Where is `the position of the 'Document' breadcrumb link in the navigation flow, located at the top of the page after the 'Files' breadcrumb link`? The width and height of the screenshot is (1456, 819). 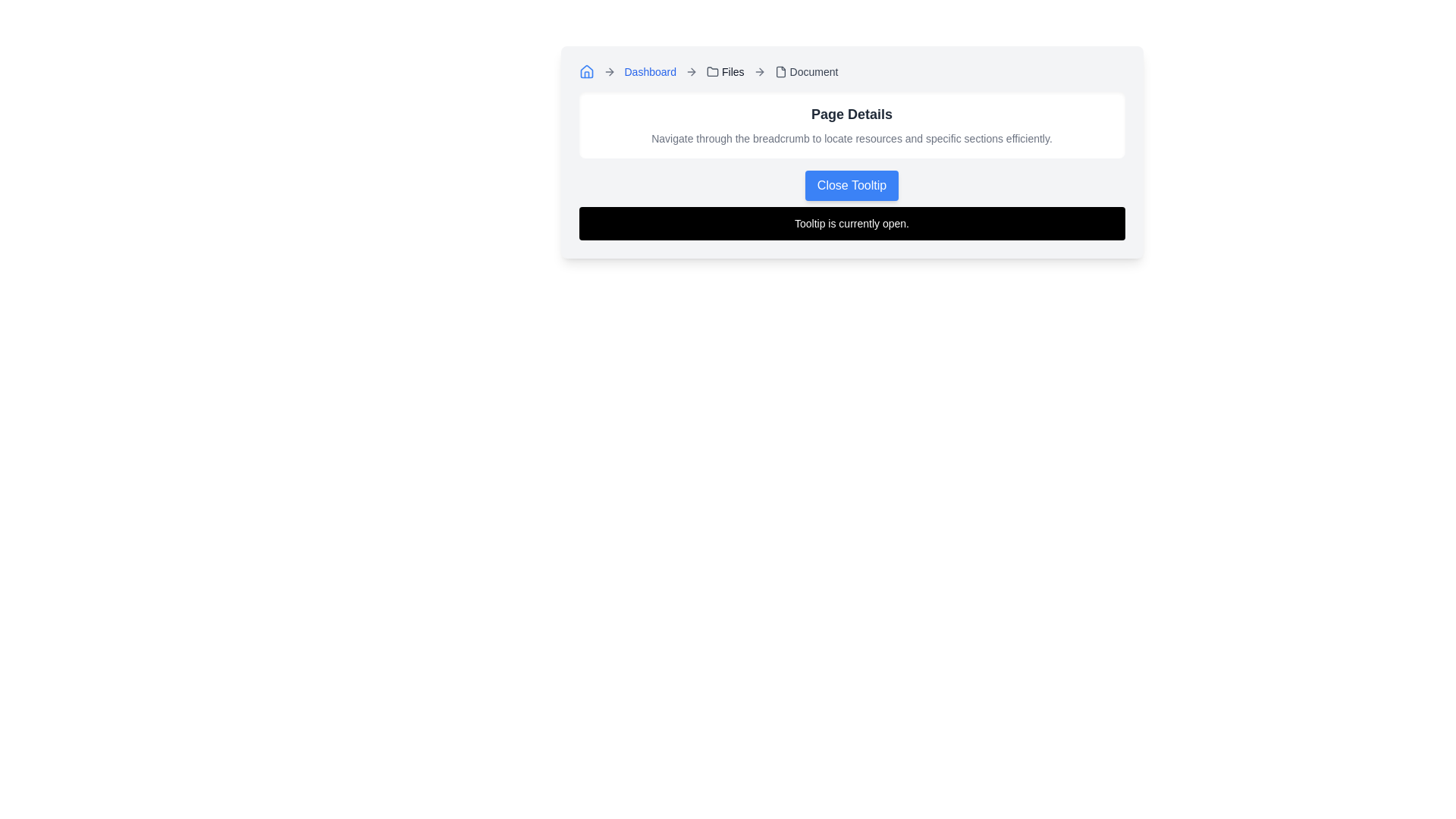
the position of the 'Document' breadcrumb link in the navigation flow, located at the top of the page after the 'Files' breadcrumb link is located at coordinates (813, 72).